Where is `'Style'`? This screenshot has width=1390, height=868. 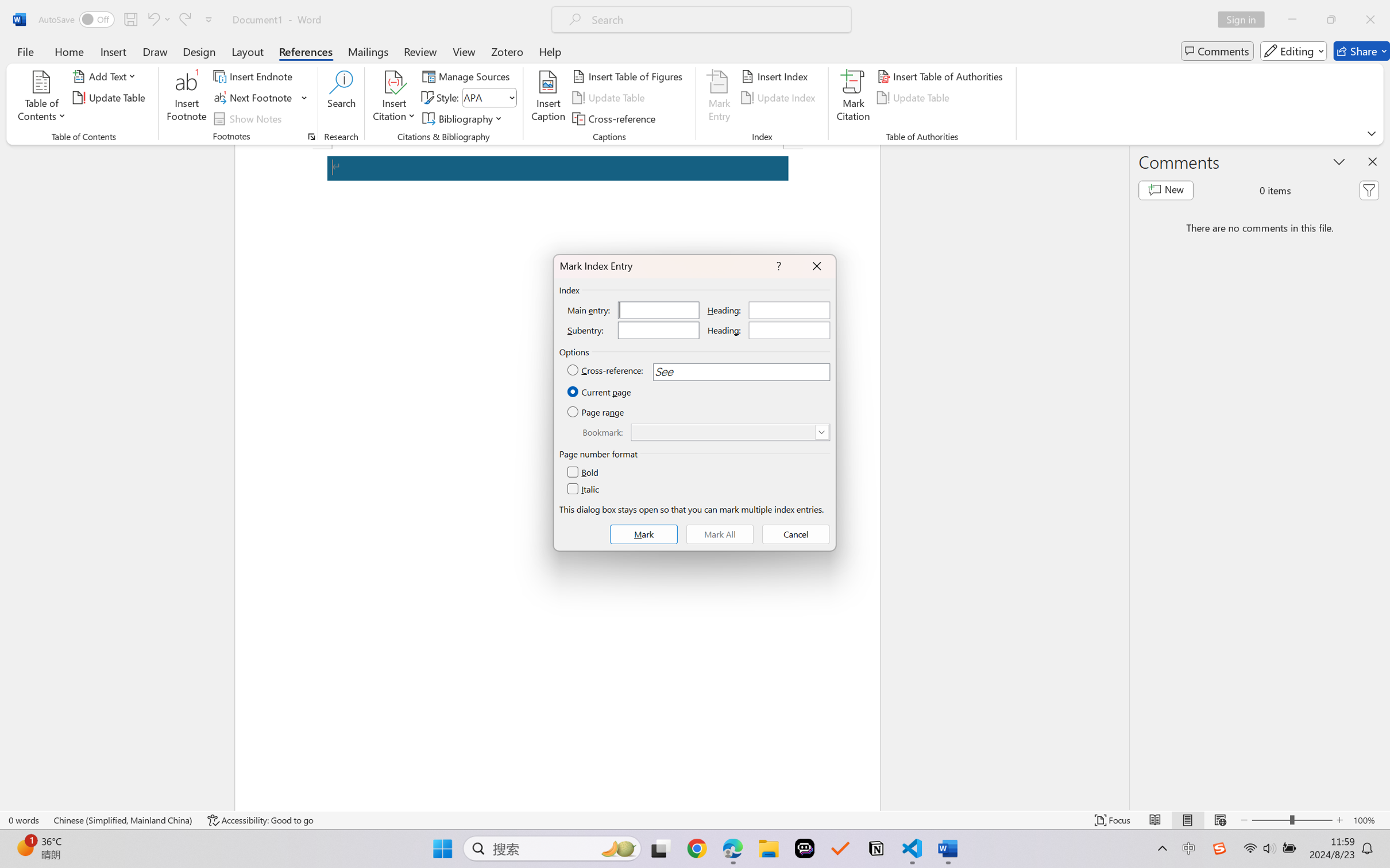 'Style' is located at coordinates (484, 96).